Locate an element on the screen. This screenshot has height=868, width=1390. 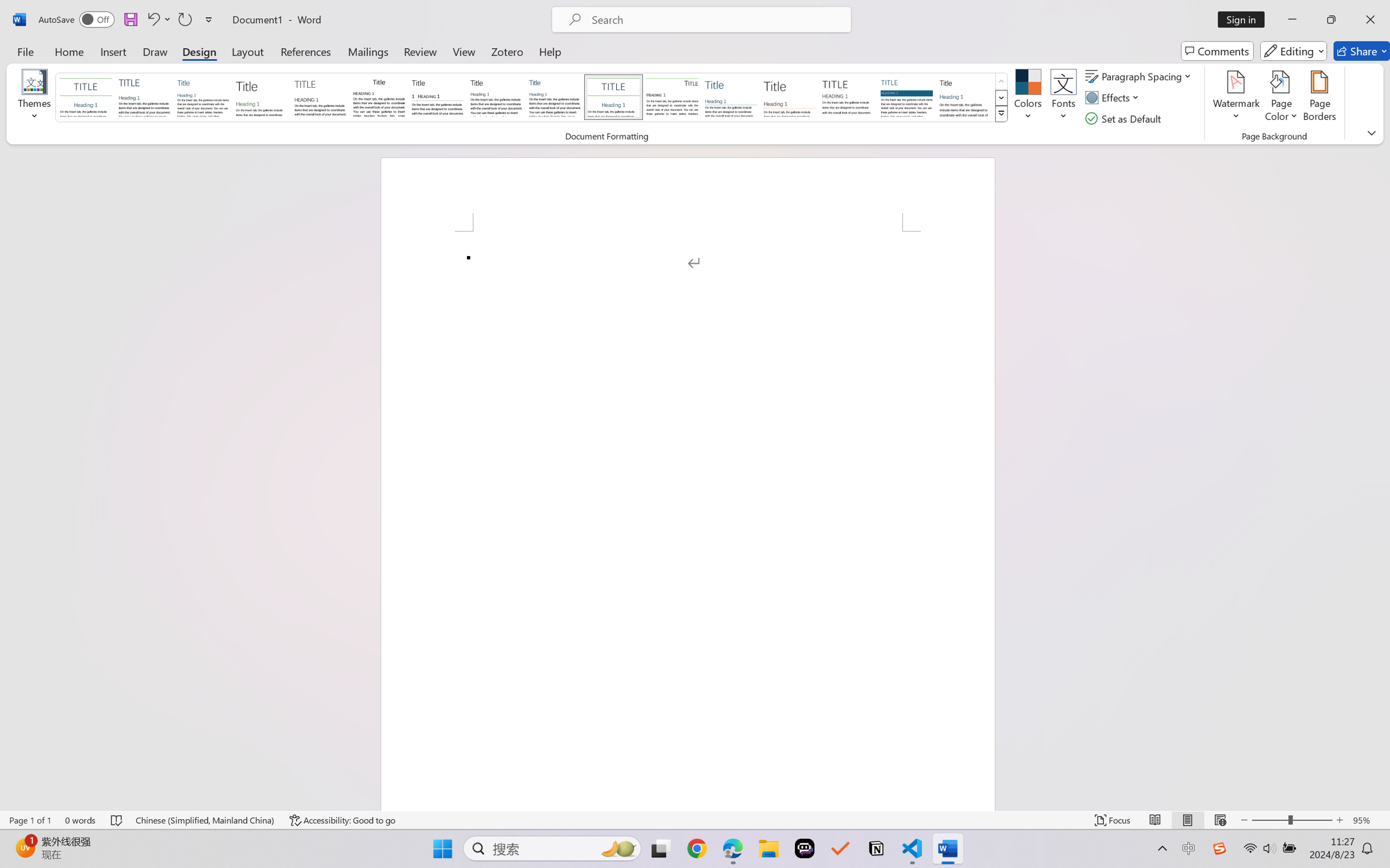
'Repeat Style' is located at coordinates (184, 19).